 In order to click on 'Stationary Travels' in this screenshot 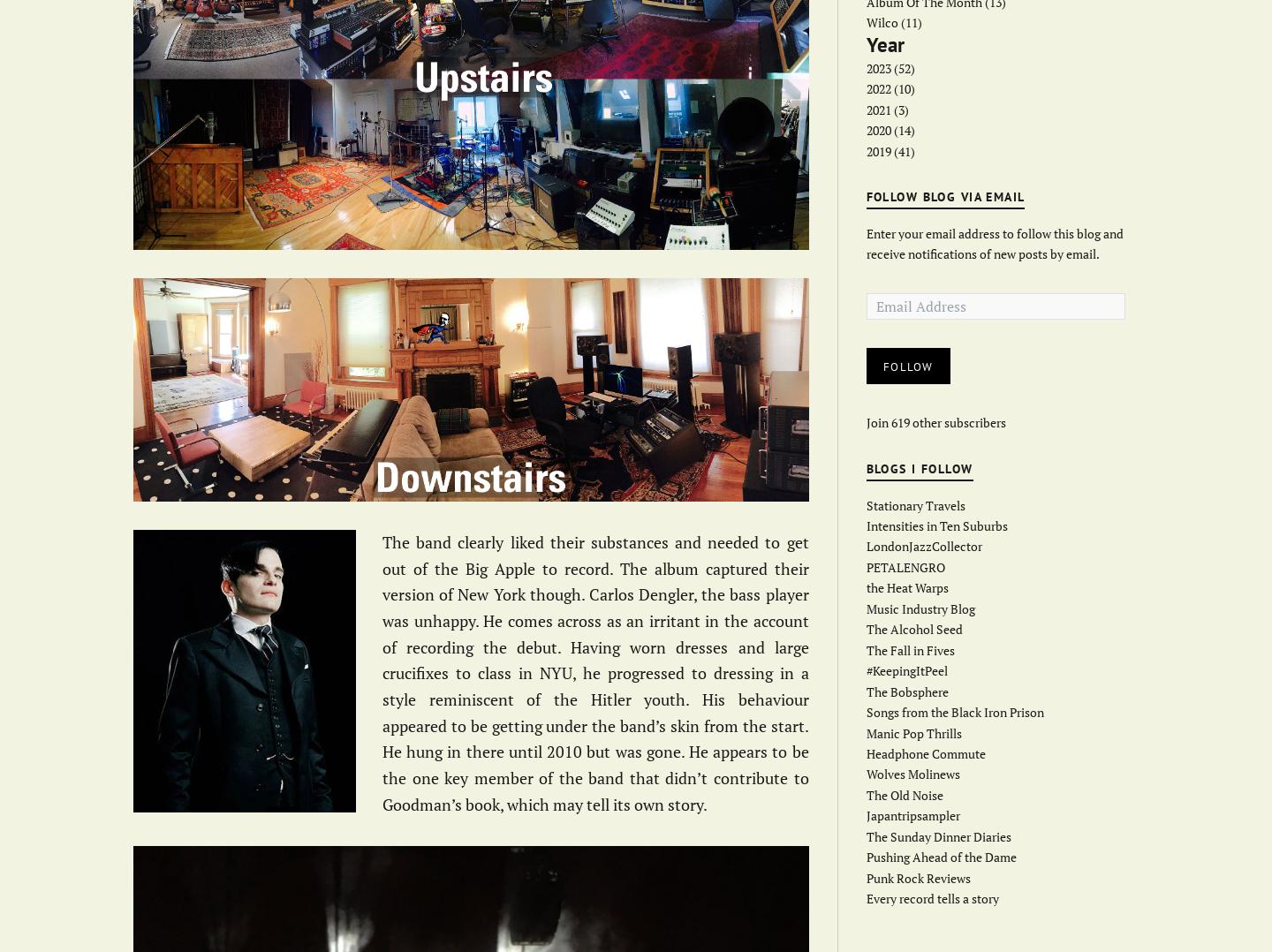, I will do `click(914, 503)`.